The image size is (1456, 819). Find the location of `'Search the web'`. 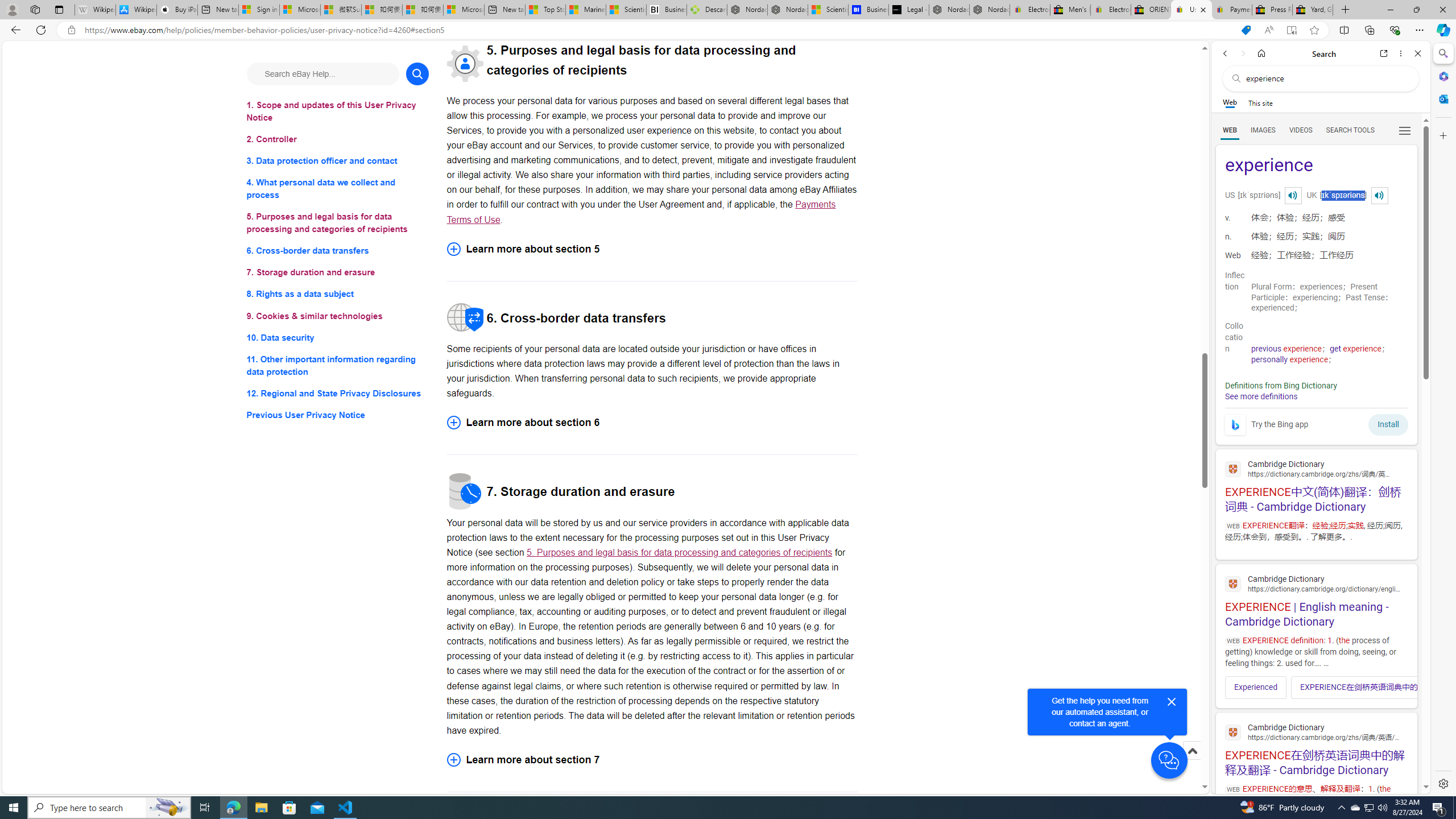

'Search the web' is located at coordinates (1326, 78).